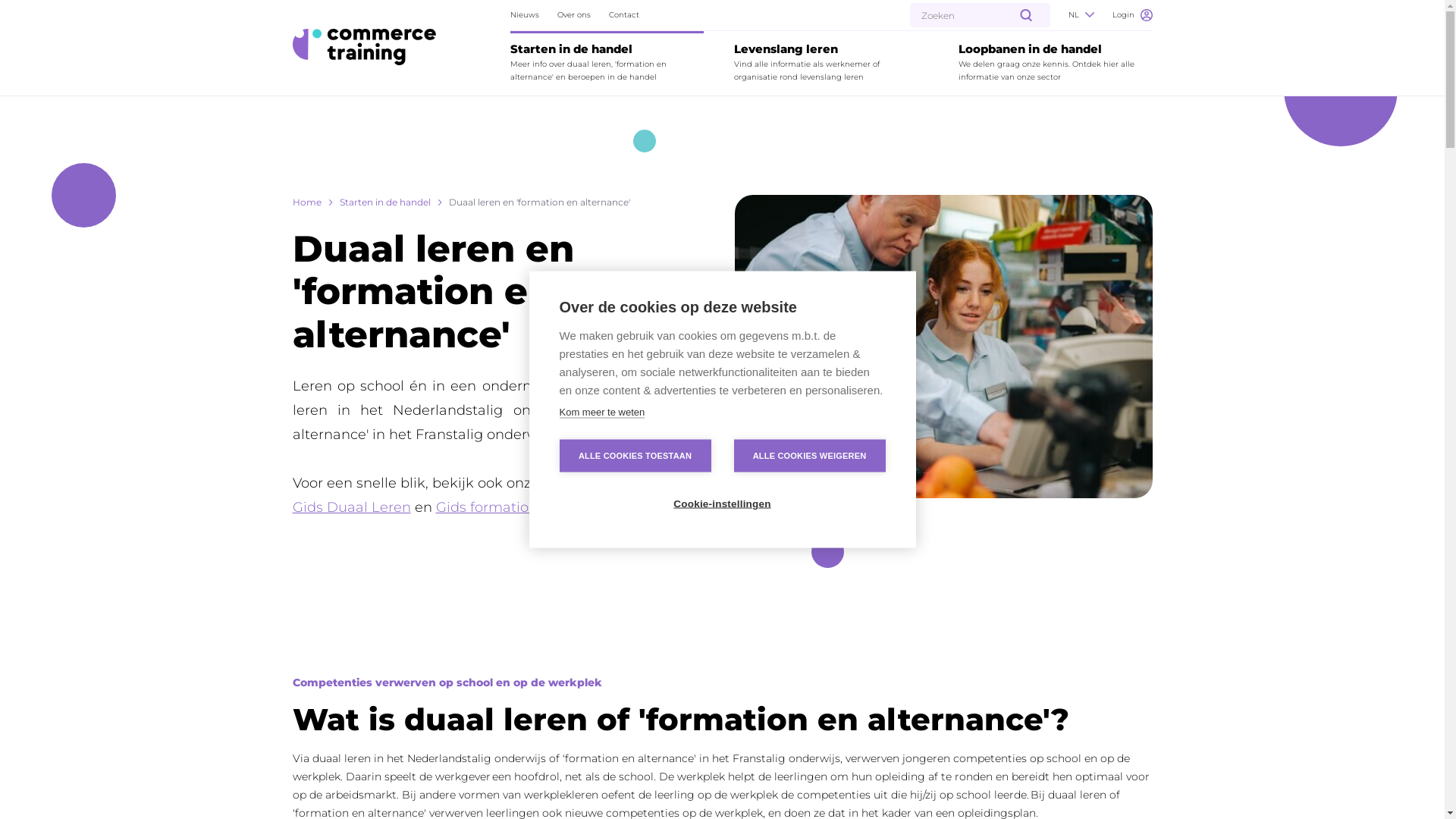 The image size is (1456, 819). I want to click on 'Nieuws', so click(510, 14).